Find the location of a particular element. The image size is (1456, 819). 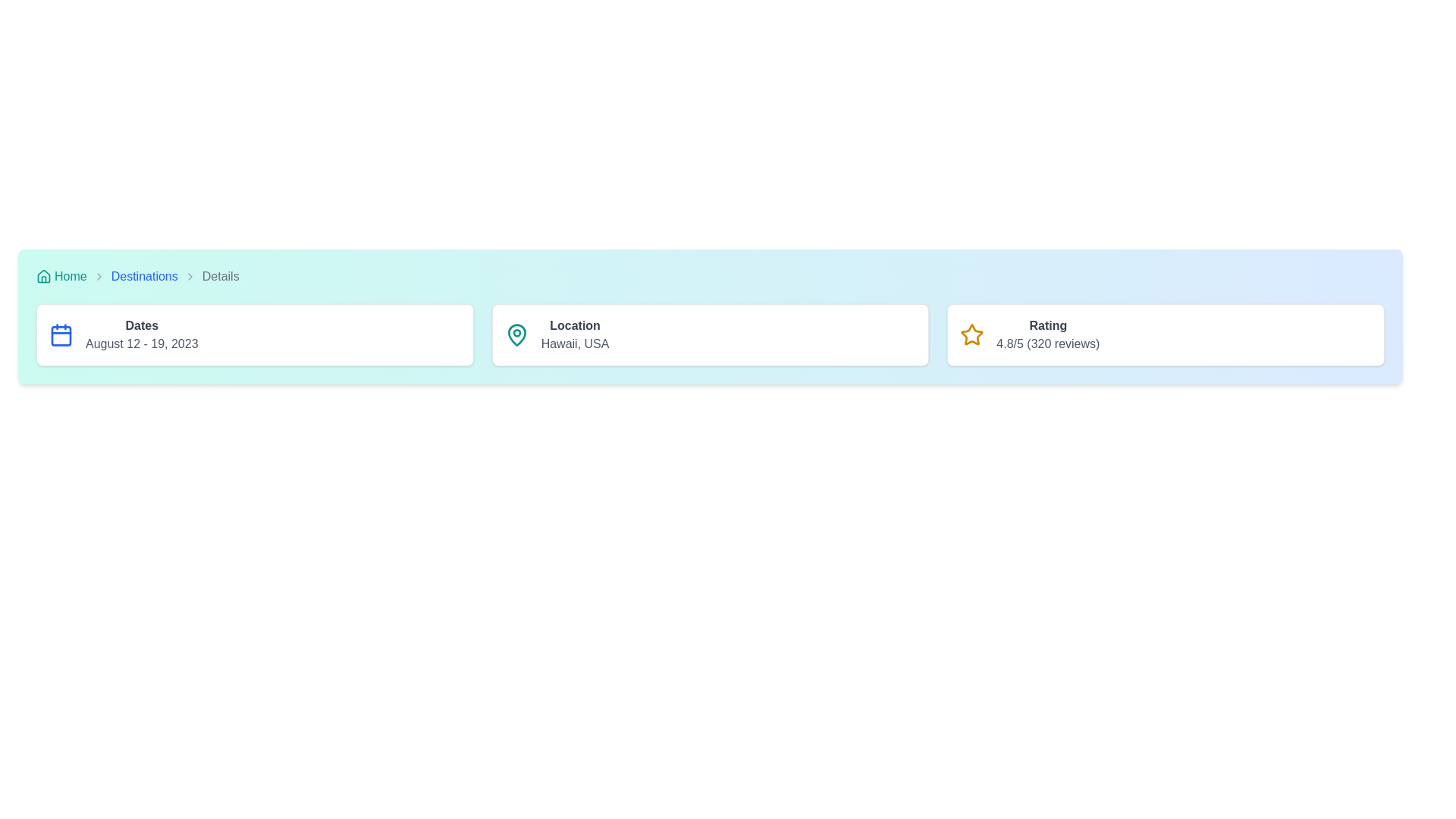

the teal map pin icon which resembles a location marker, located to the left of the text 'Location' in the second card of a horizontal list of cards is located at coordinates (516, 334).